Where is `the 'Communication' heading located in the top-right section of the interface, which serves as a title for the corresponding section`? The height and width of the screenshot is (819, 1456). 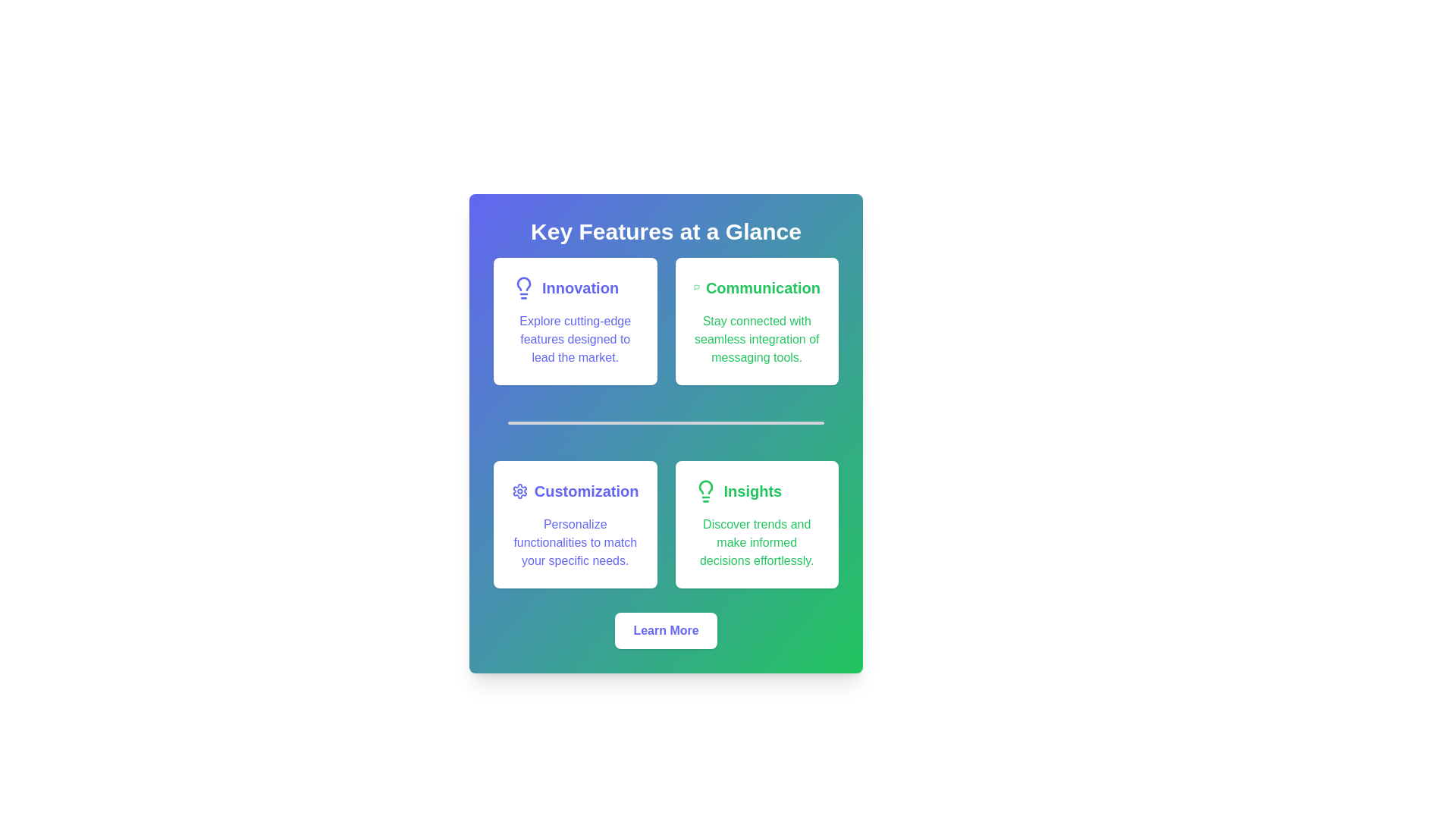
the 'Communication' heading located in the top-right section of the interface, which serves as a title for the corresponding section is located at coordinates (763, 288).